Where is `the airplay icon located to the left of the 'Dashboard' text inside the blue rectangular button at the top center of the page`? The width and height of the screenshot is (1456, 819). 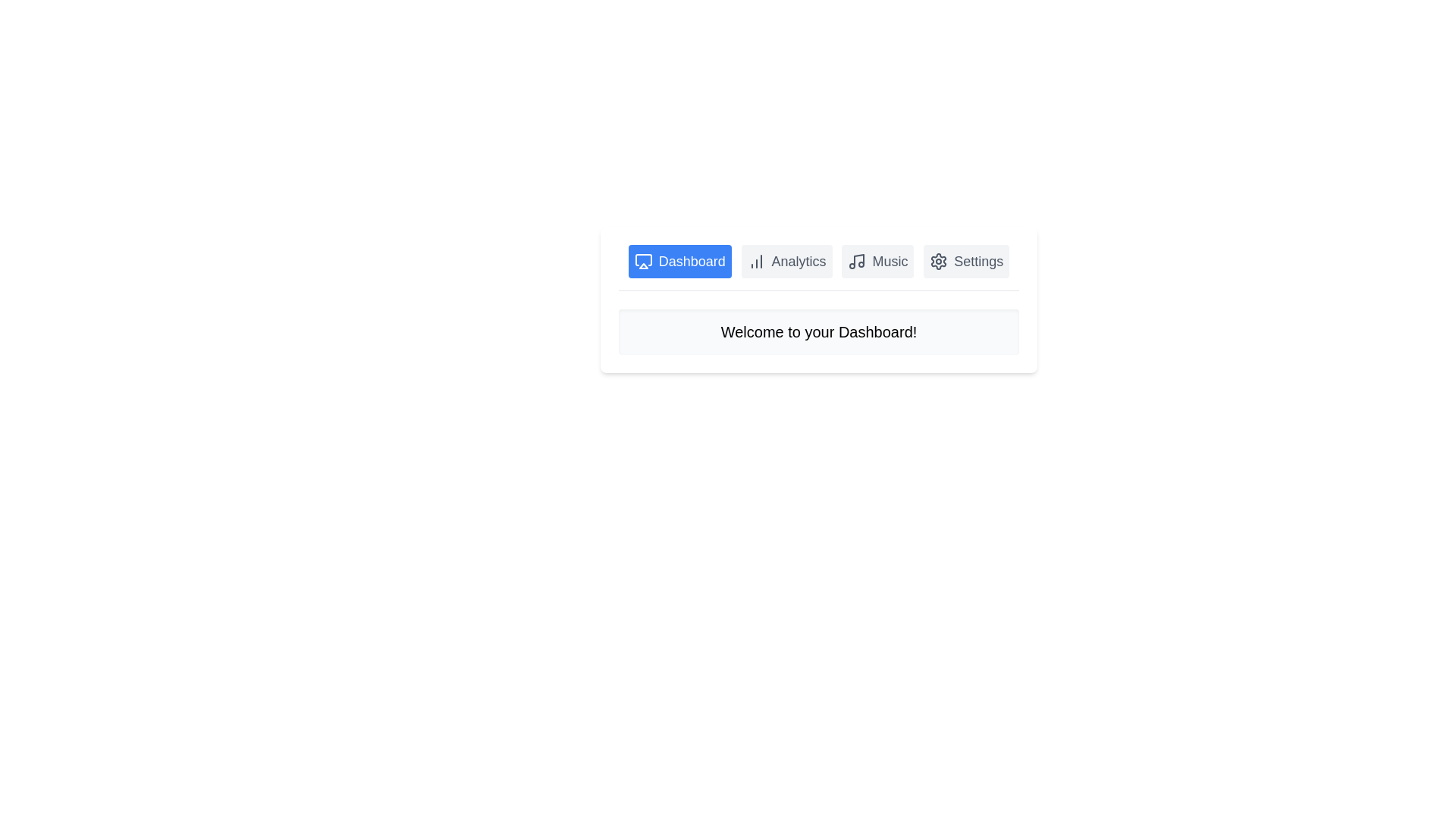
the airplay icon located to the left of the 'Dashboard' text inside the blue rectangular button at the top center of the page is located at coordinates (643, 260).